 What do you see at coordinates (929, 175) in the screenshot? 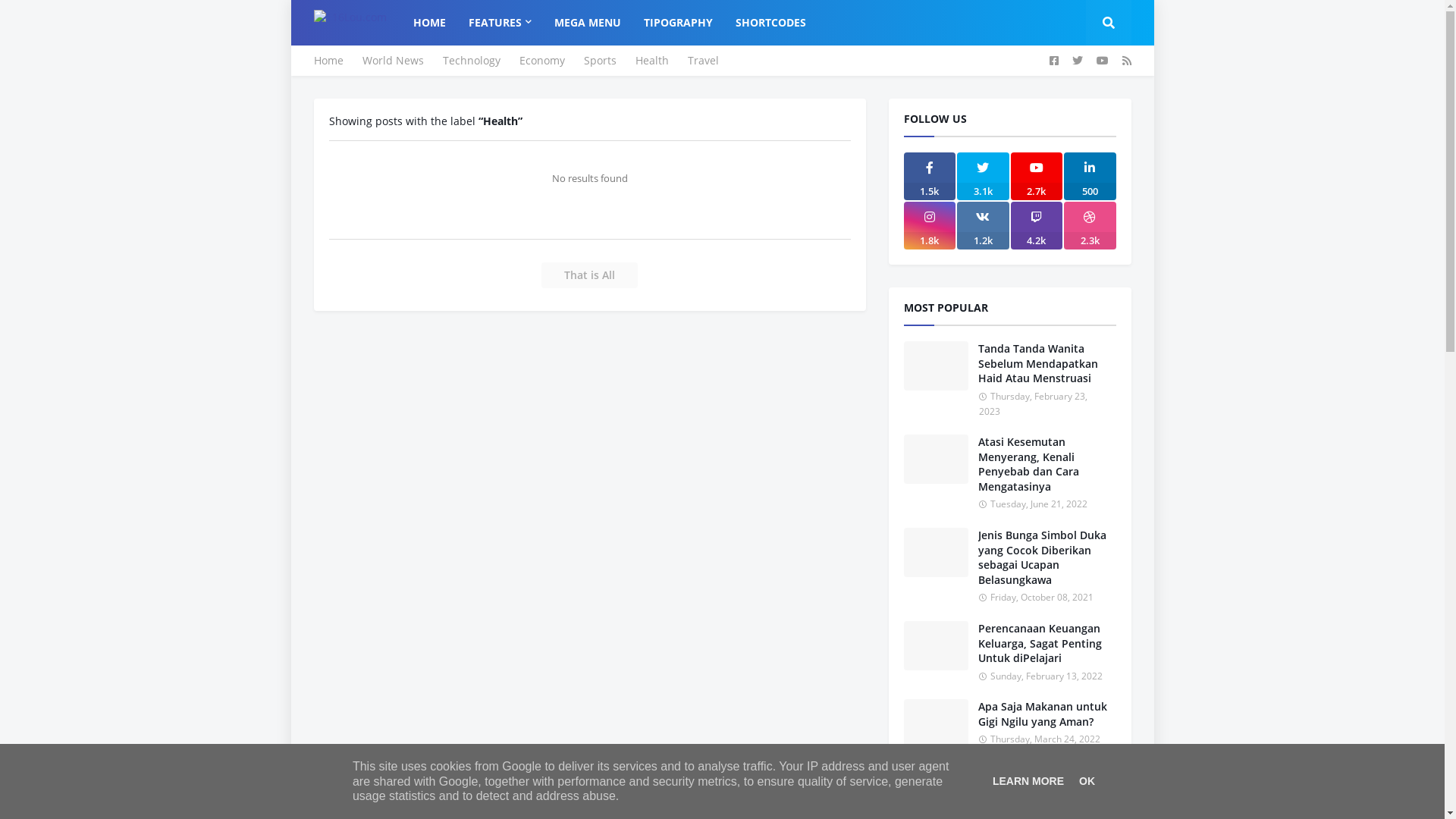
I see `'1.5k'` at bounding box center [929, 175].